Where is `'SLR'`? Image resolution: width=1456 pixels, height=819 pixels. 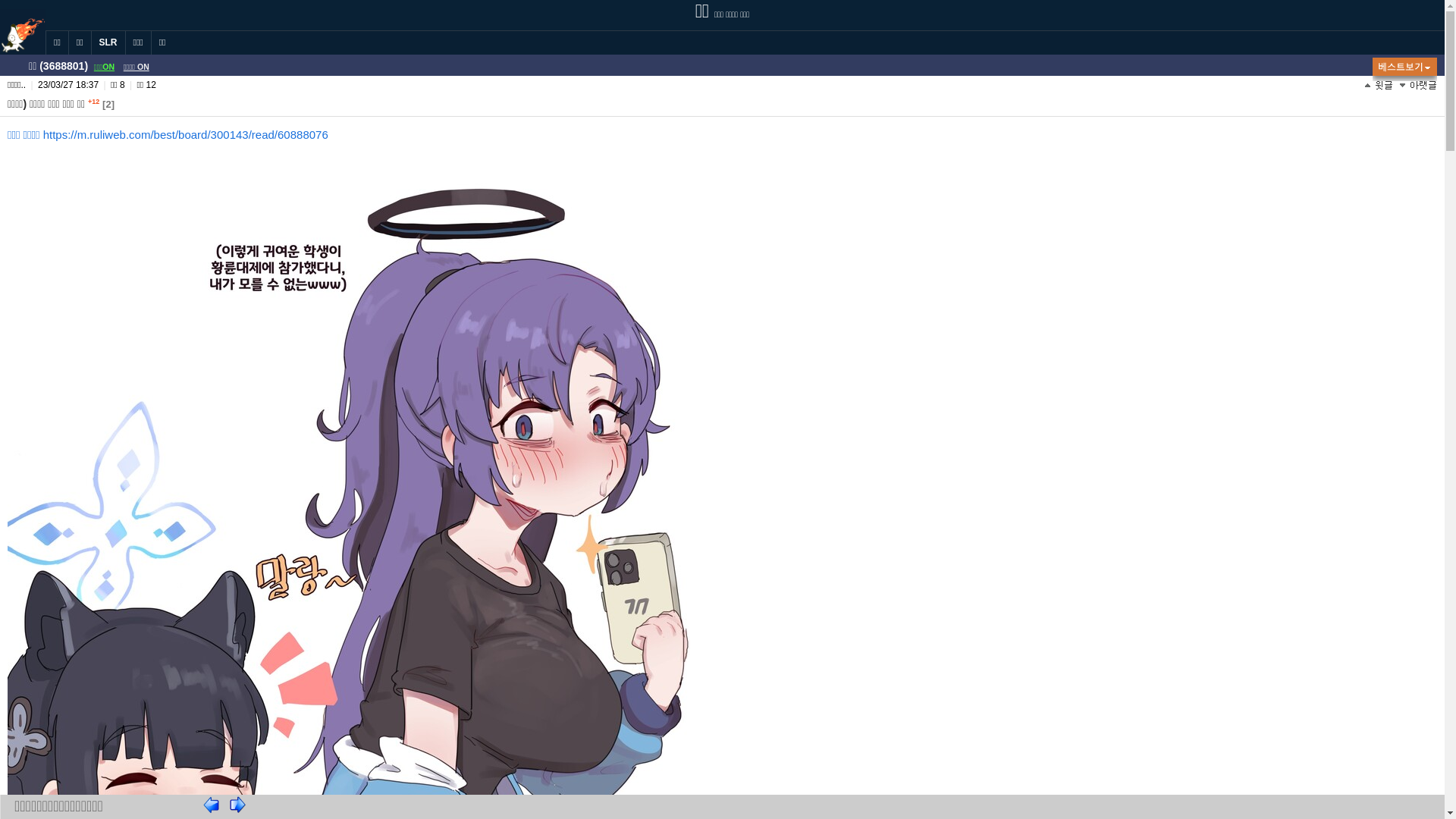 'SLR' is located at coordinates (90, 42).